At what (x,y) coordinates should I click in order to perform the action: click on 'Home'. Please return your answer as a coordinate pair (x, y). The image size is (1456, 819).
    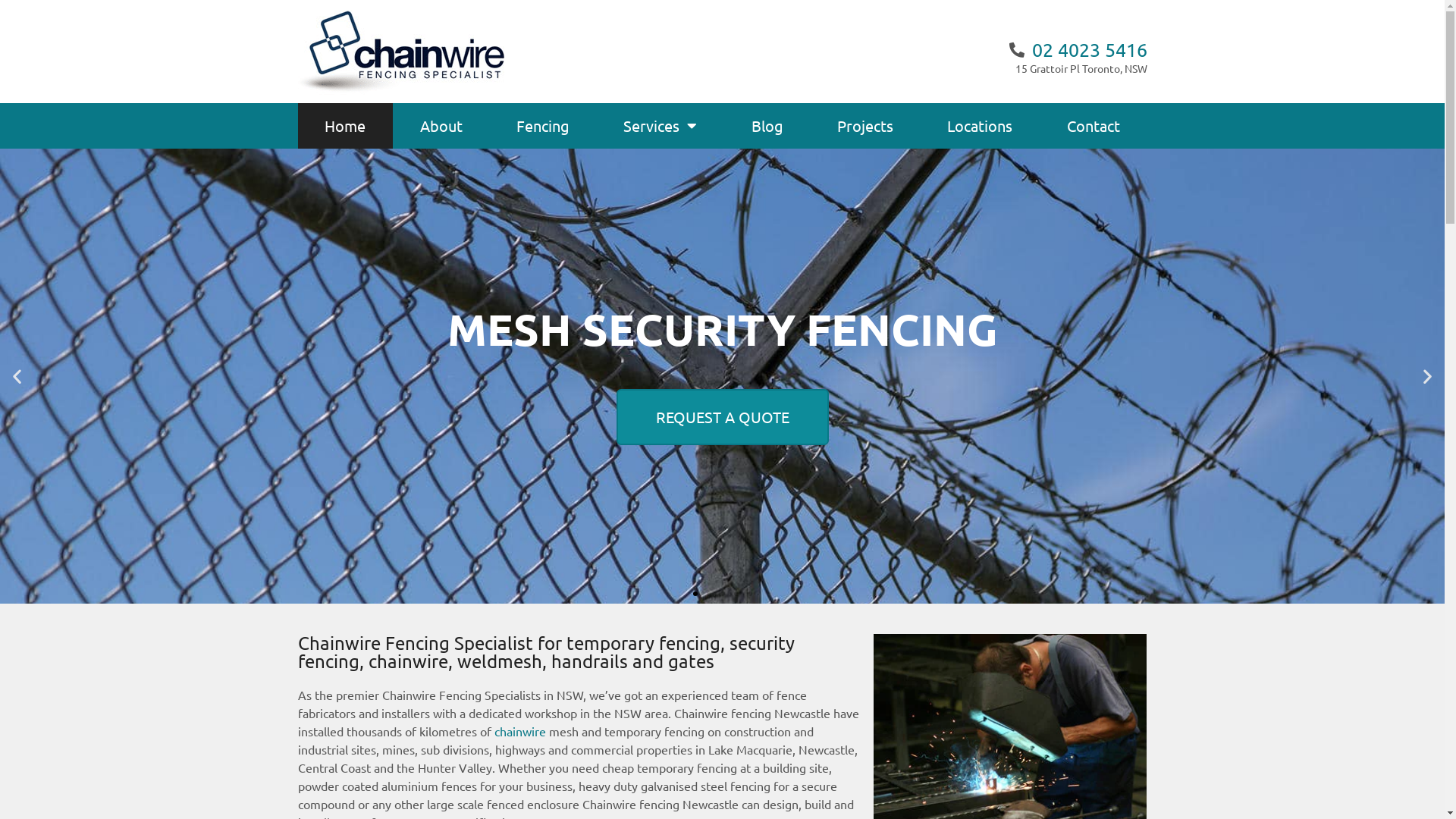
    Looking at the image, I should click on (344, 124).